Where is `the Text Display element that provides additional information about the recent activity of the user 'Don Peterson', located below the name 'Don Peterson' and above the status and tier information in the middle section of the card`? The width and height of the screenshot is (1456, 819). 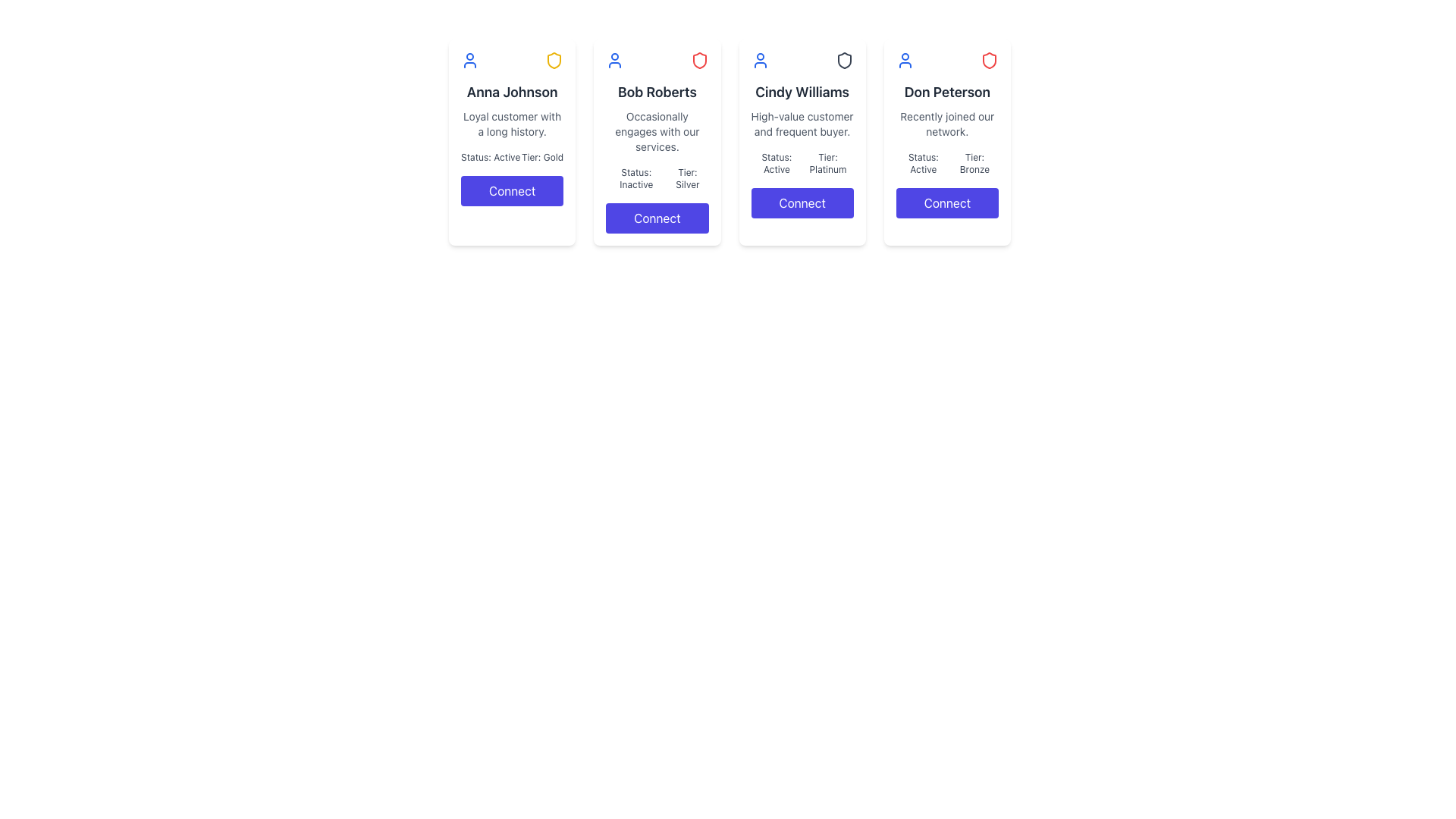 the Text Display element that provides additional information about the recent activity of the user 'Don Peterson', located below the name 'Don Peterson' and above the status and tier information in the middle section of the card is located at coordinates (946, 124).